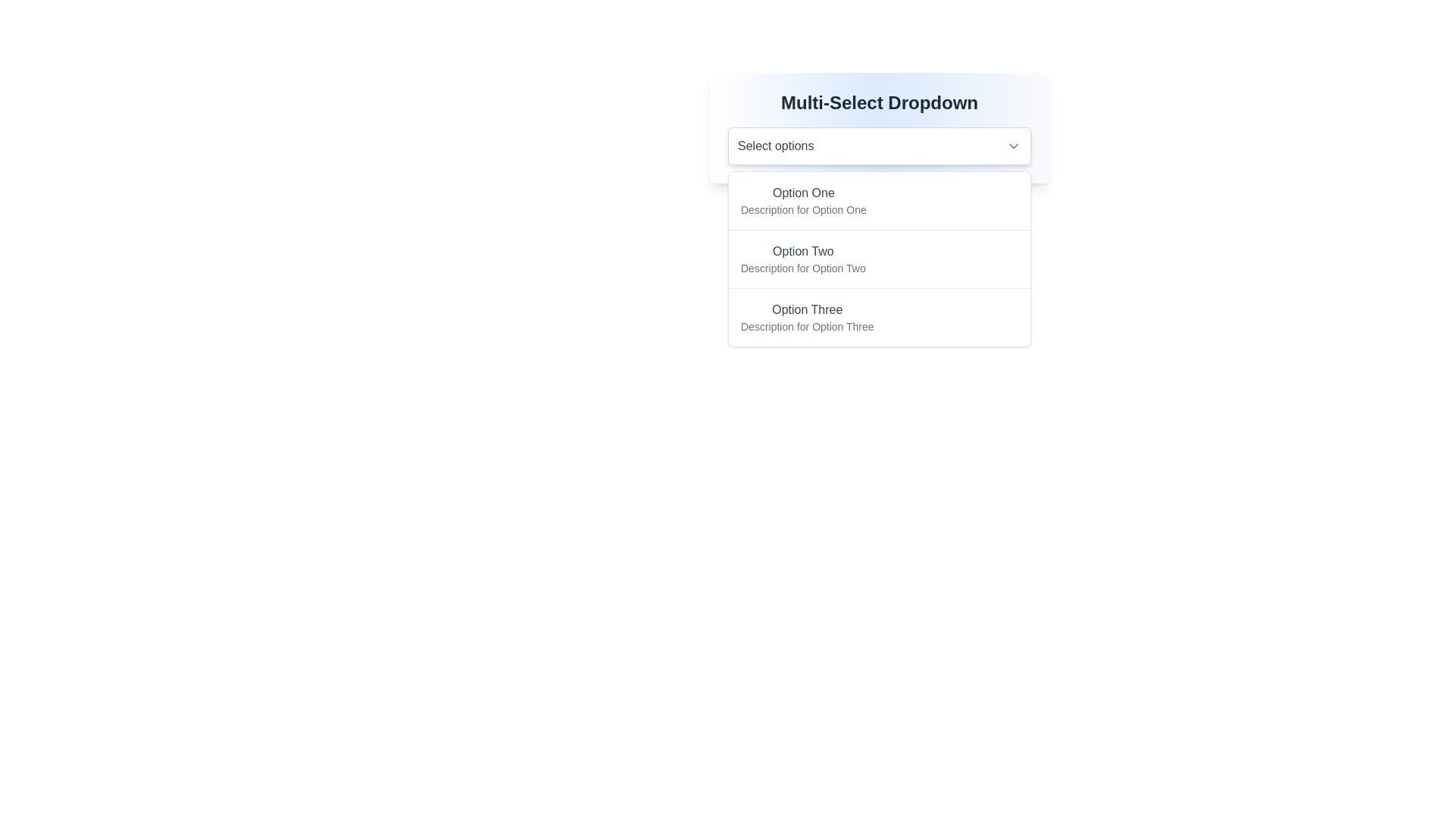 This screenshot has width=1456, height=819. I want to click on the text label 'Option Three' styled in dark gray font, which is the primary text of the third dropdown option in a dropdown interface, so click(806, 309).